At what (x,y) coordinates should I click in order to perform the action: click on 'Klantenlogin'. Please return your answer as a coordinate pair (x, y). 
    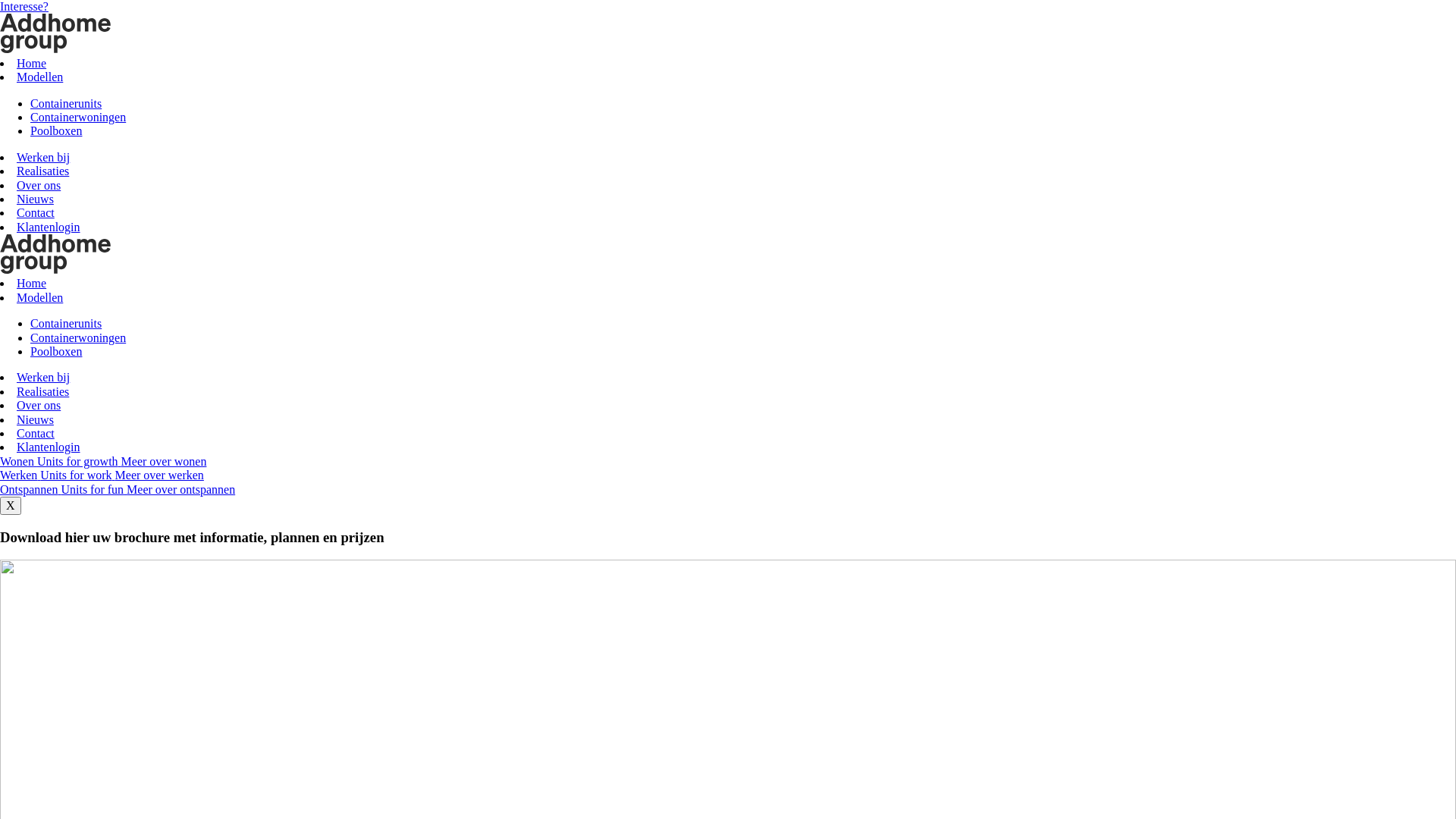
    Looking at the image, I should click on (17, 227).